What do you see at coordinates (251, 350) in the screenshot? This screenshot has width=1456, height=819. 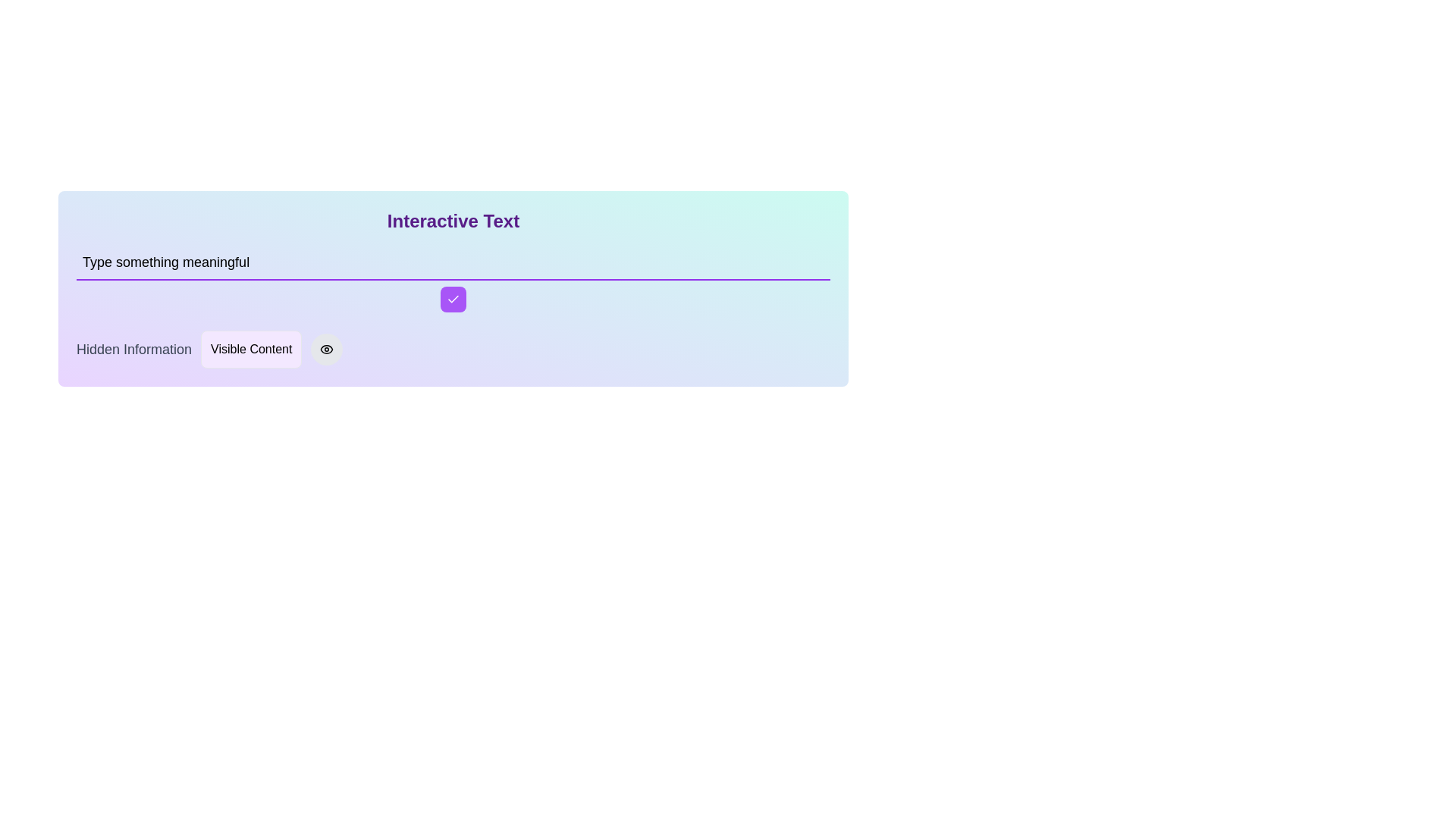 I see `the rectangular button-like component with a purple background and black text that reads 'Visible Content' located between the 'Hidden Information' label and an eye icon` at bounding box center [251, 350].